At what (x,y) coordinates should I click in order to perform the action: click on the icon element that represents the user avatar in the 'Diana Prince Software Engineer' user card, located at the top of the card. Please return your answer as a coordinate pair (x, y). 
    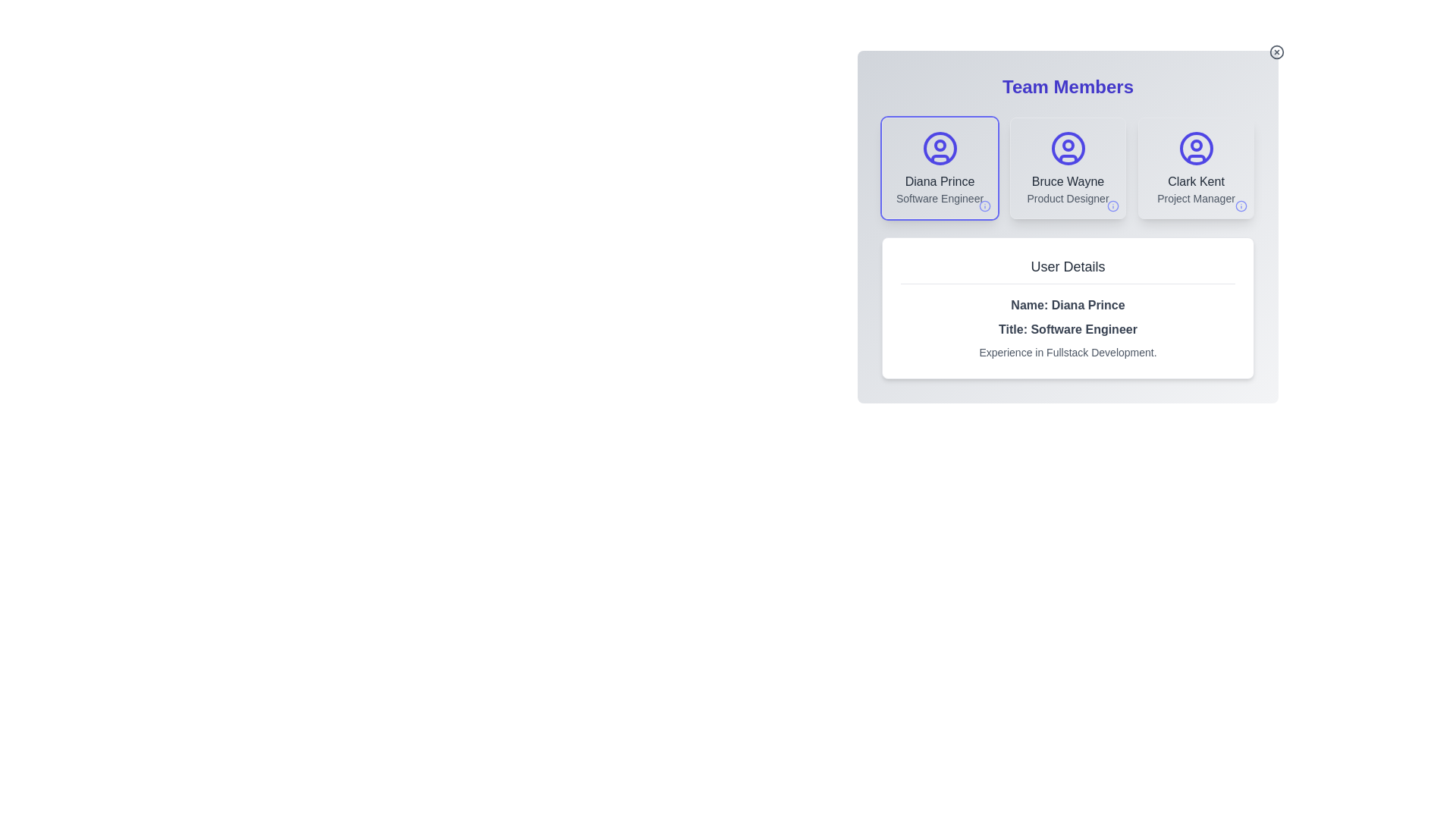
    Looking at the image, I should click on (939, 149).